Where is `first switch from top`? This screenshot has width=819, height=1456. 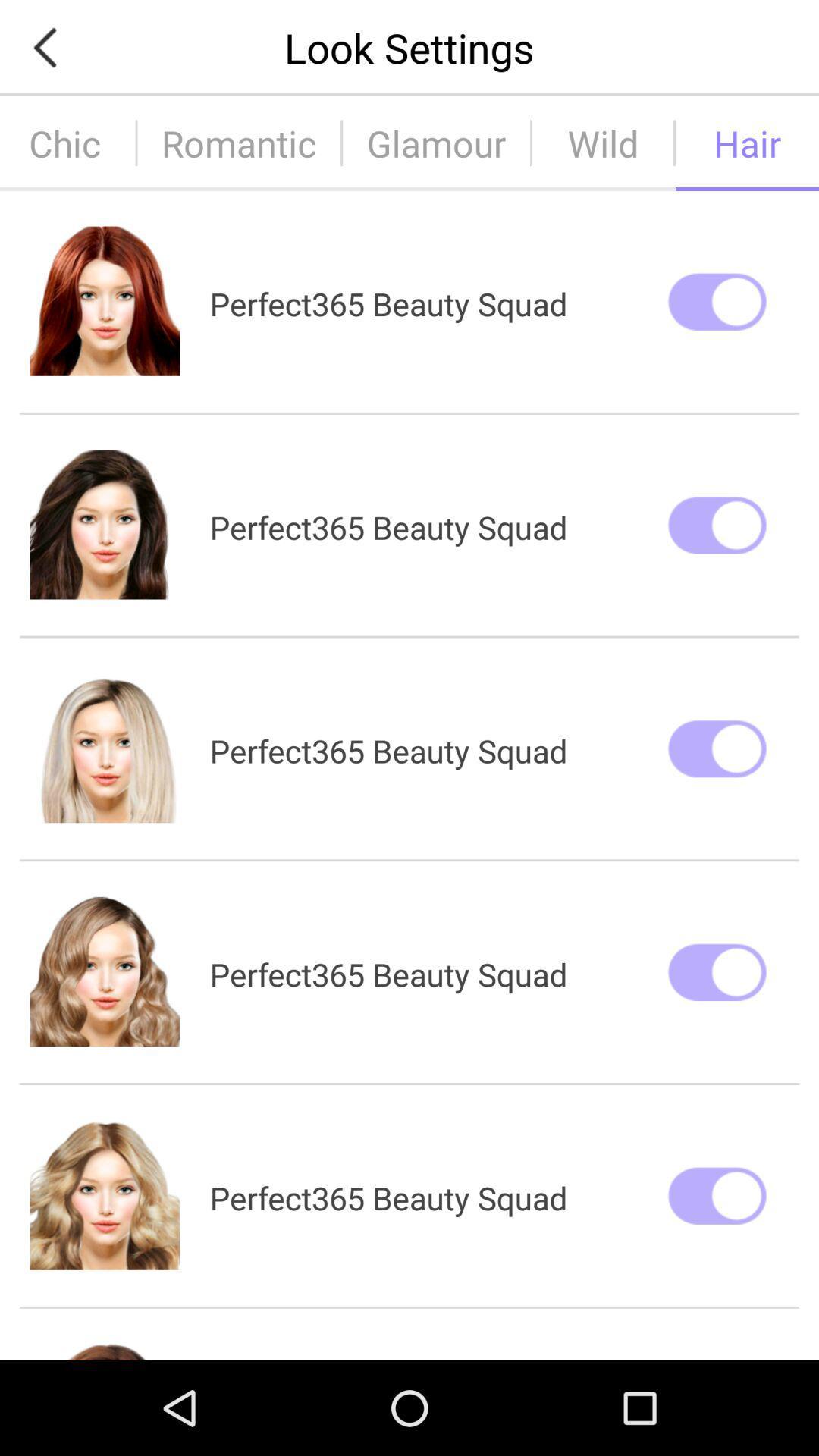 first switch from top is located at coordinates (717, 301).